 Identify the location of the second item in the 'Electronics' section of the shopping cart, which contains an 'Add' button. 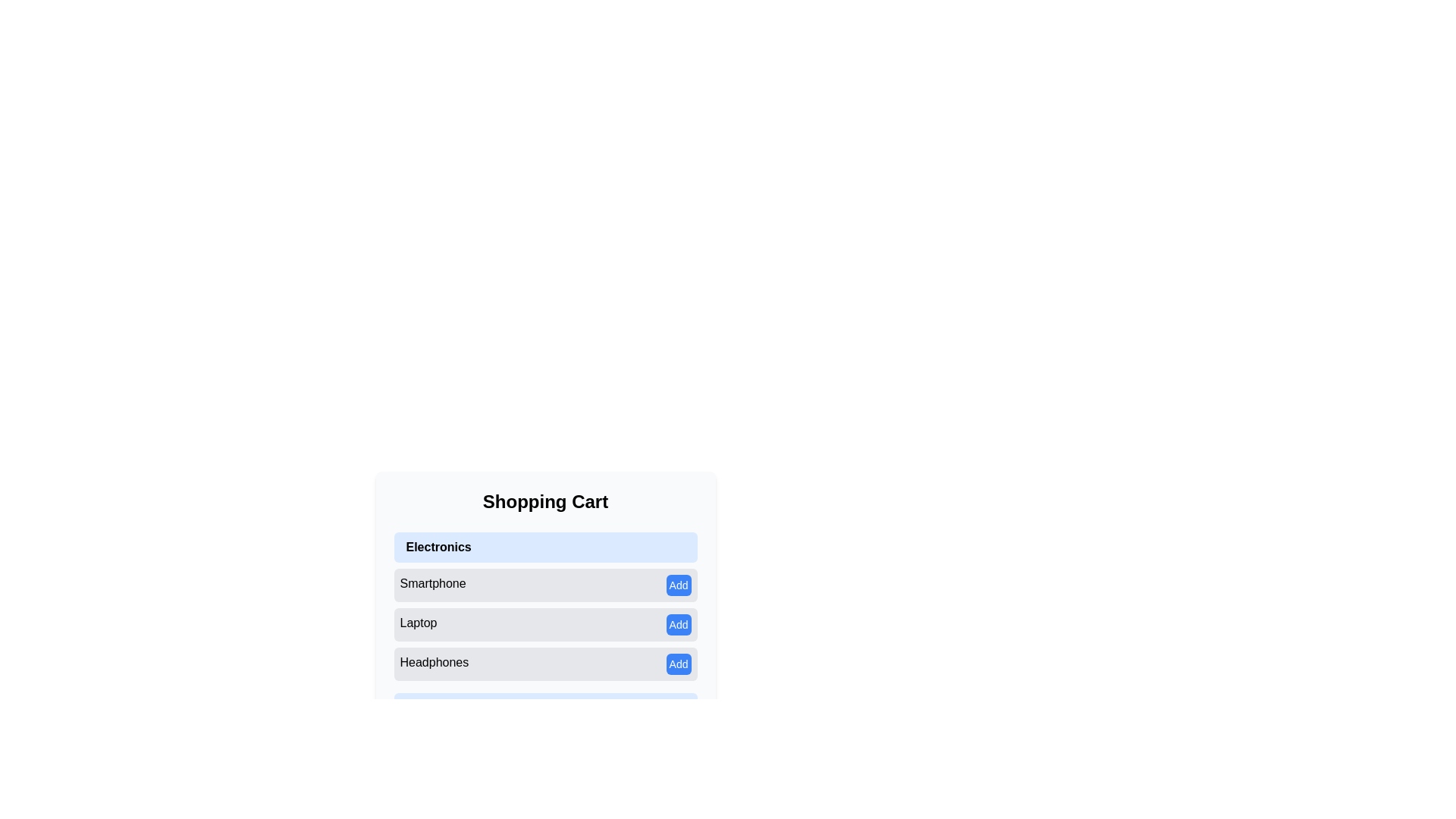
(545, 605).